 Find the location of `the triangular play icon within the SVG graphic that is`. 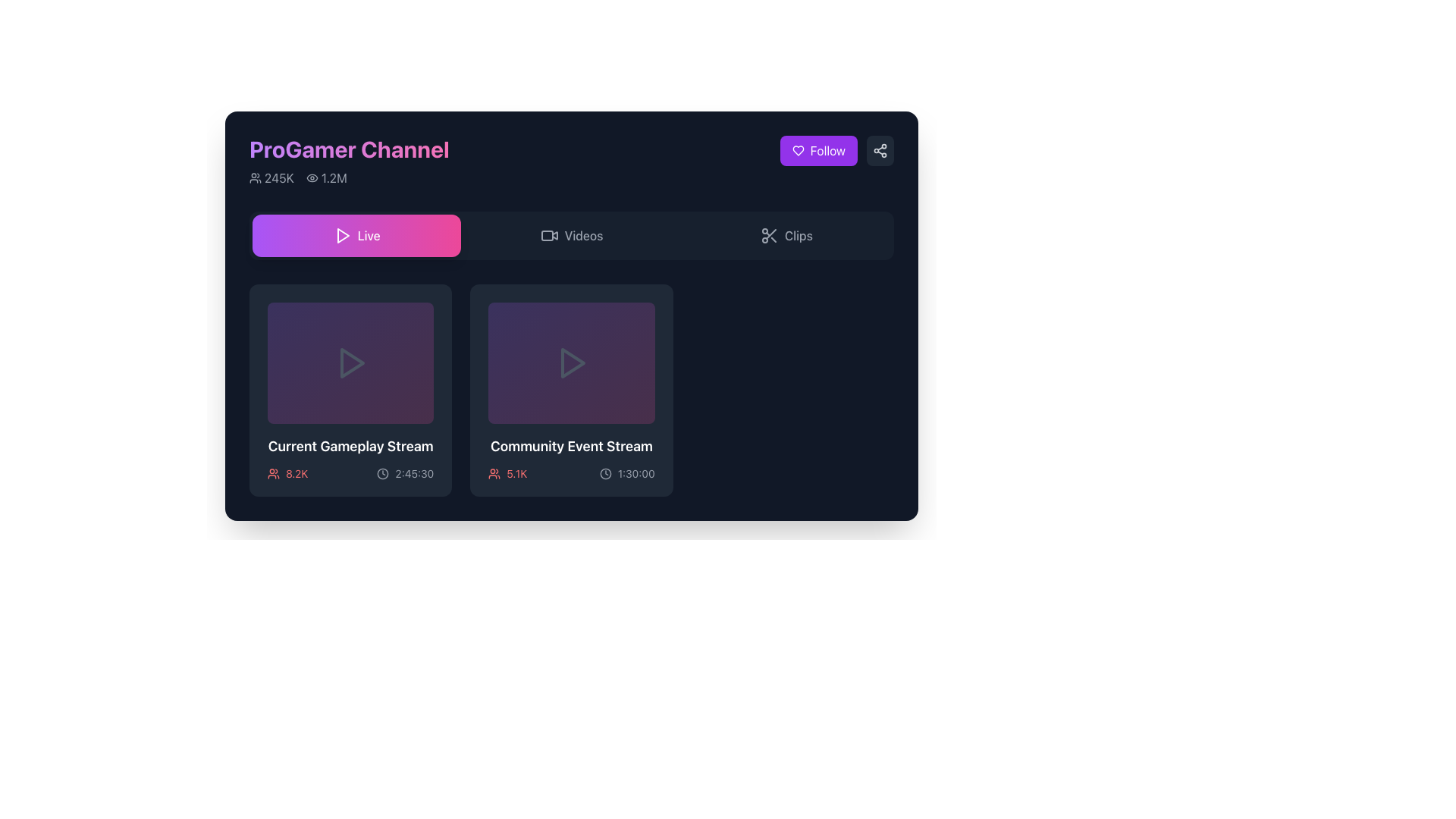

the triangular play icon within the SVG graphic that is is located at coordinates (342, 236).